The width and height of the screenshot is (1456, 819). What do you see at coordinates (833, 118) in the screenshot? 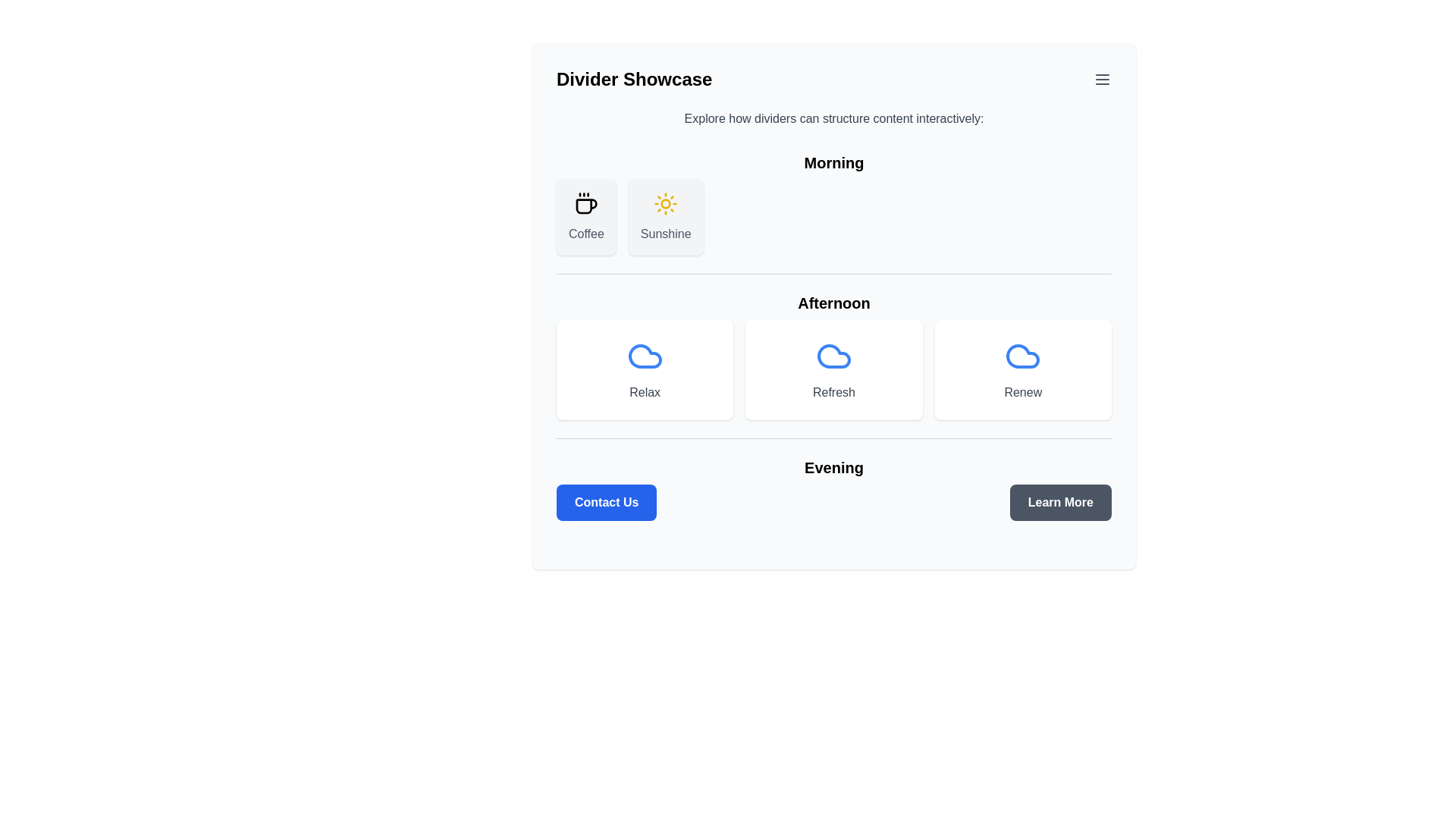
I see `the descriptive Text label located below the title 'Divider Showcase'` at bounding box center [833, 118].